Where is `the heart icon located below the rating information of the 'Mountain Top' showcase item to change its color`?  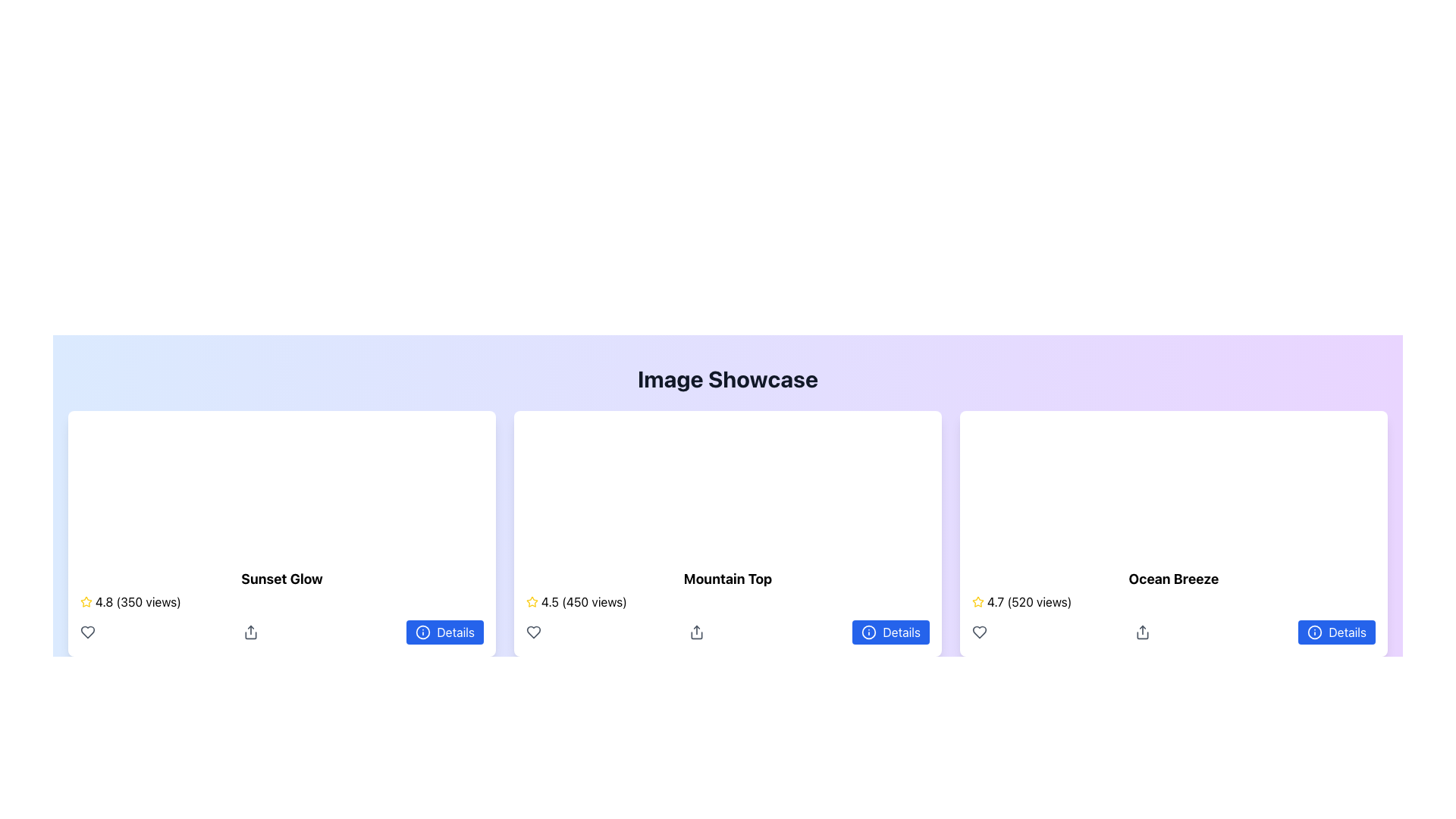
the heart icon located below the rating information of the 'Mountain Top' showcase item to change its color is located at coordinates (534, 632).